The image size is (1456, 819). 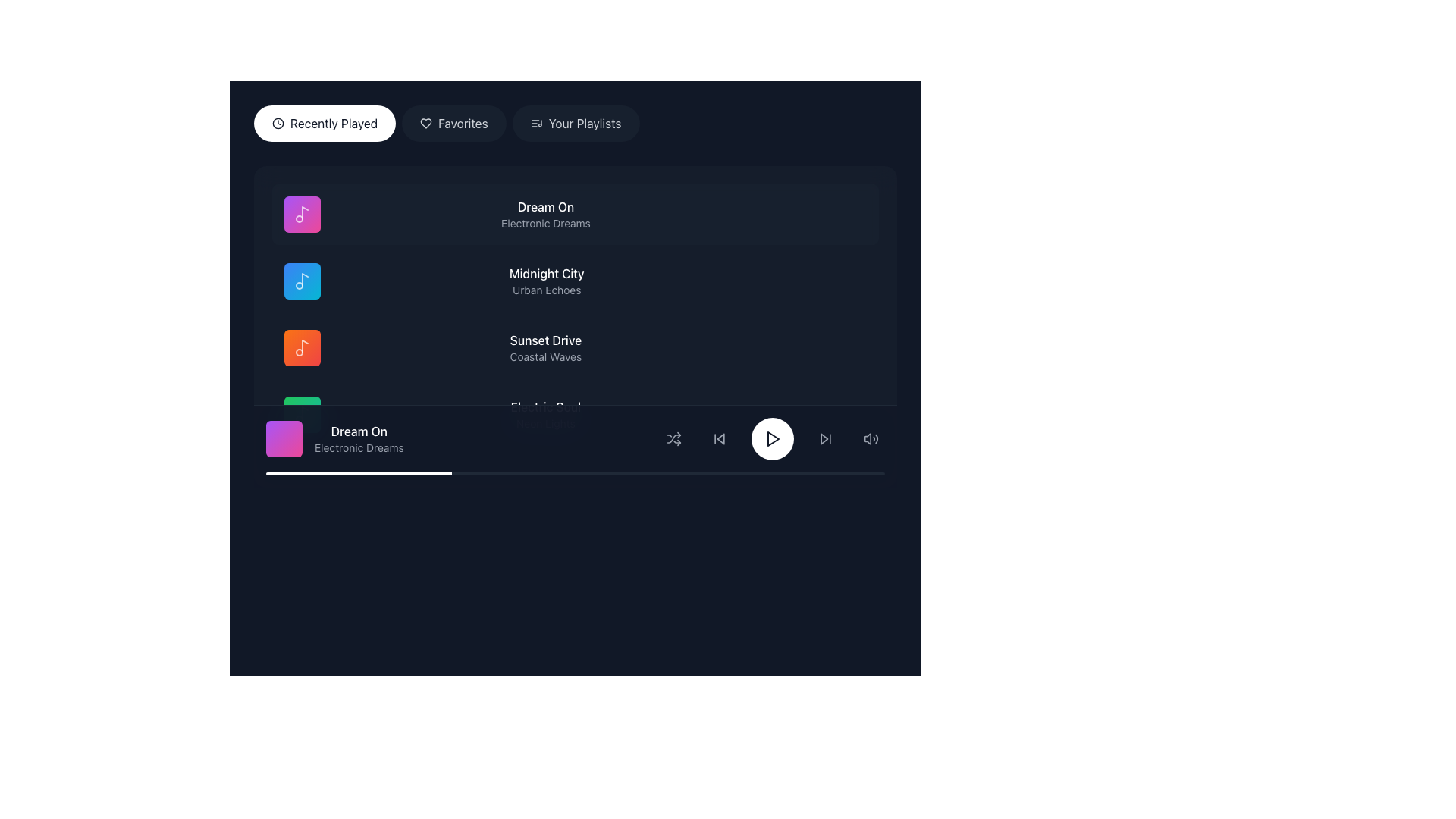 I want to click on the forward skip button icon located in the bottom control bar, so click(x=824, y=438).